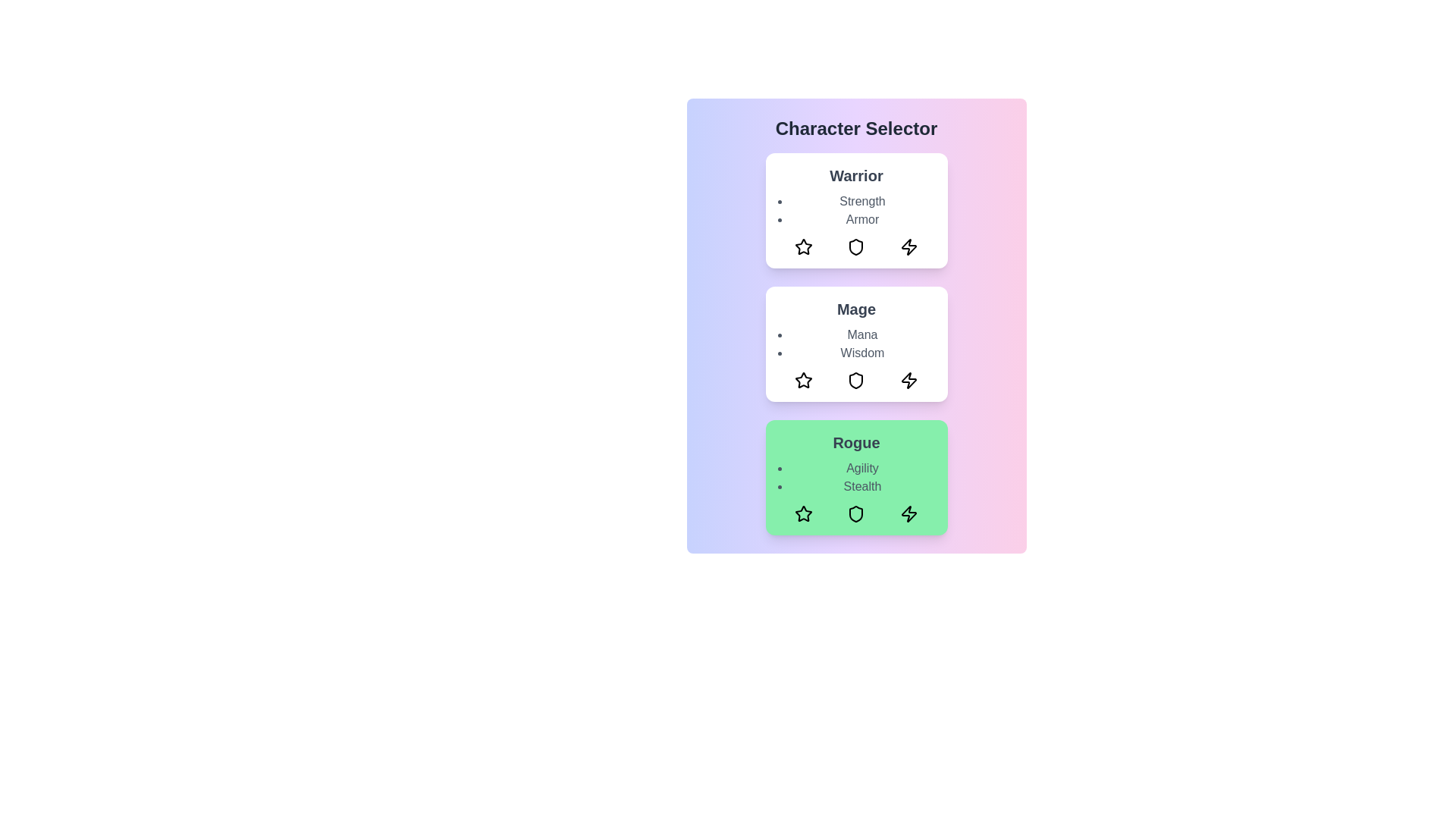 This screenshot has width=1456, height=819. I want to click on the character card for Mage, so click(856, 344).